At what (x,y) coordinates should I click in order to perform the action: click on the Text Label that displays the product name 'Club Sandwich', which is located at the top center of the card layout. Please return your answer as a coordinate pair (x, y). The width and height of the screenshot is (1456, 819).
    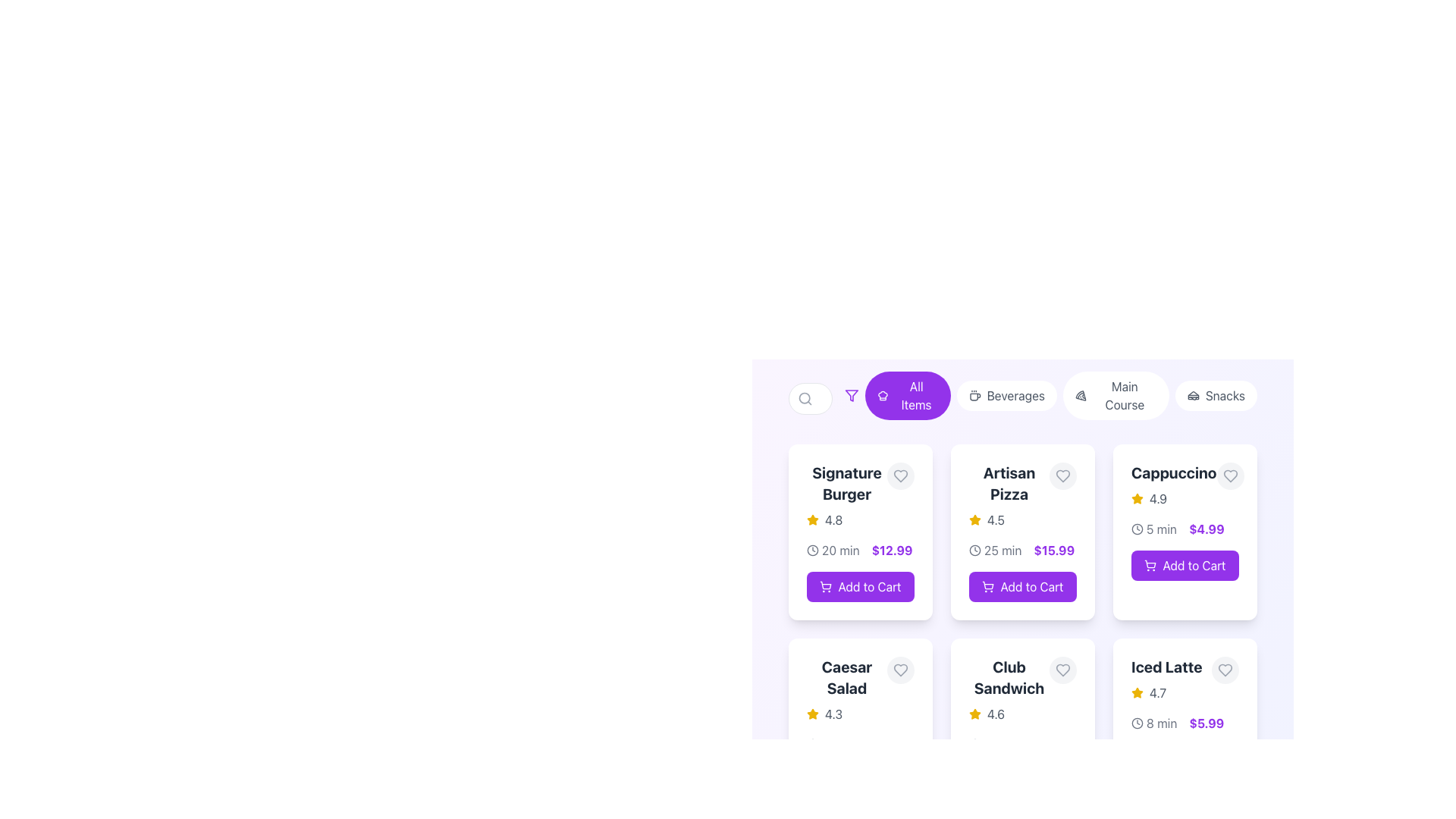
    Looking at the image, I should click on (1009, 677).